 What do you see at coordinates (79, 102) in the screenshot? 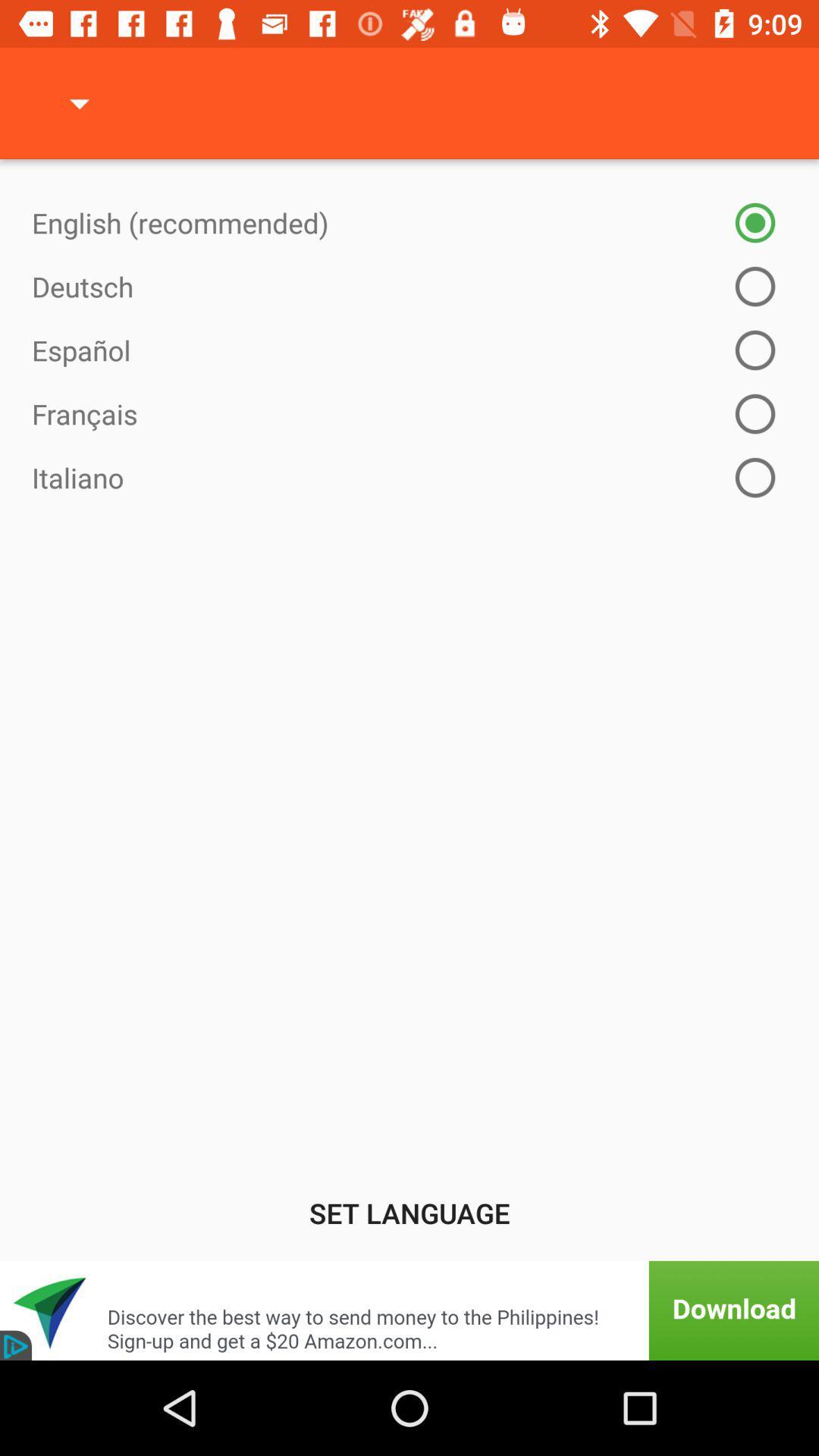
I see `icon at the top left corner` at bounding box center [79, 102].